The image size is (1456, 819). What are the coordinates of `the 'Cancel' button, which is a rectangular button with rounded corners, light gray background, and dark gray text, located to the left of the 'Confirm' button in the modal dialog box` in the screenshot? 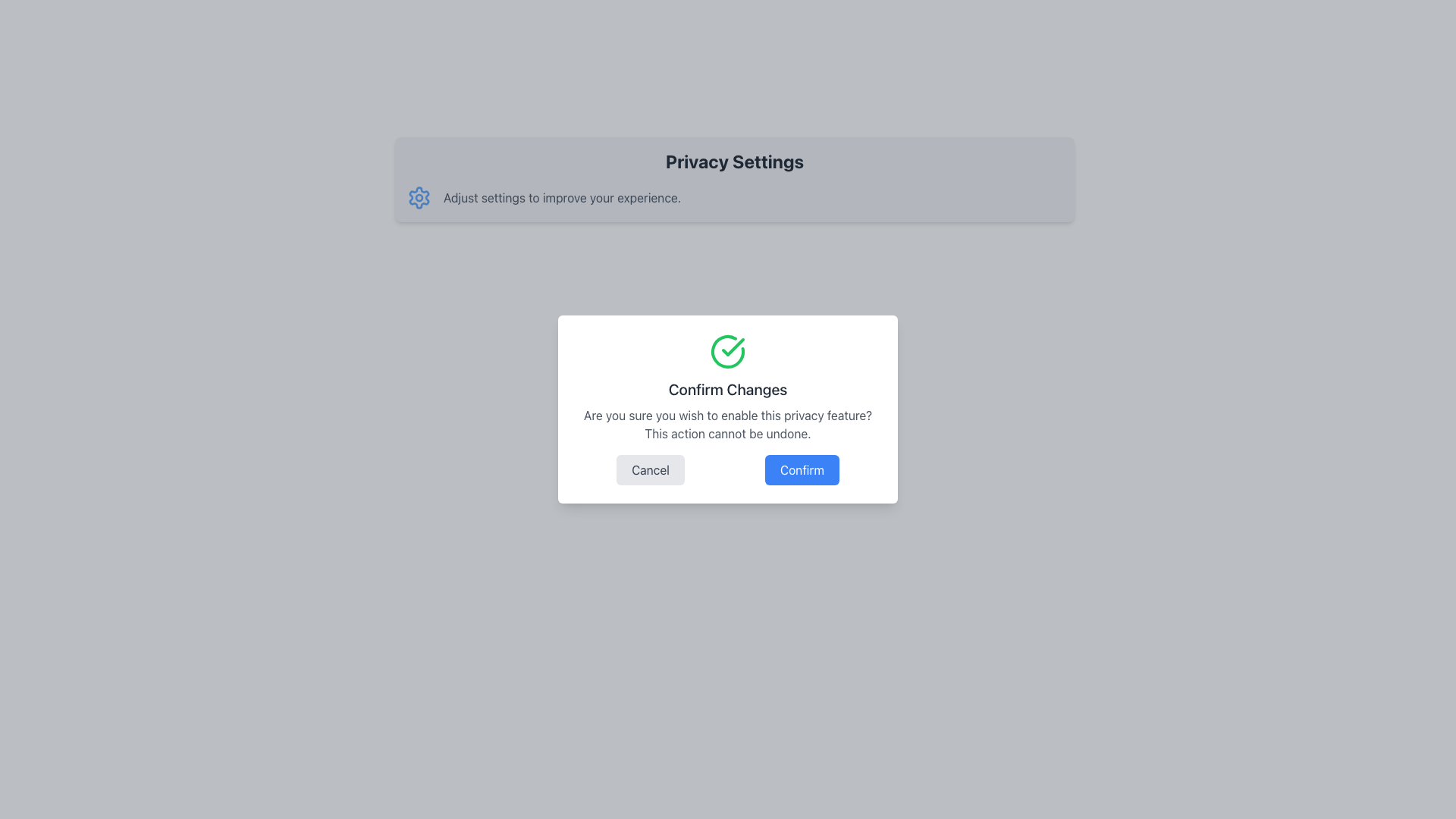 It's located at (651, 469).